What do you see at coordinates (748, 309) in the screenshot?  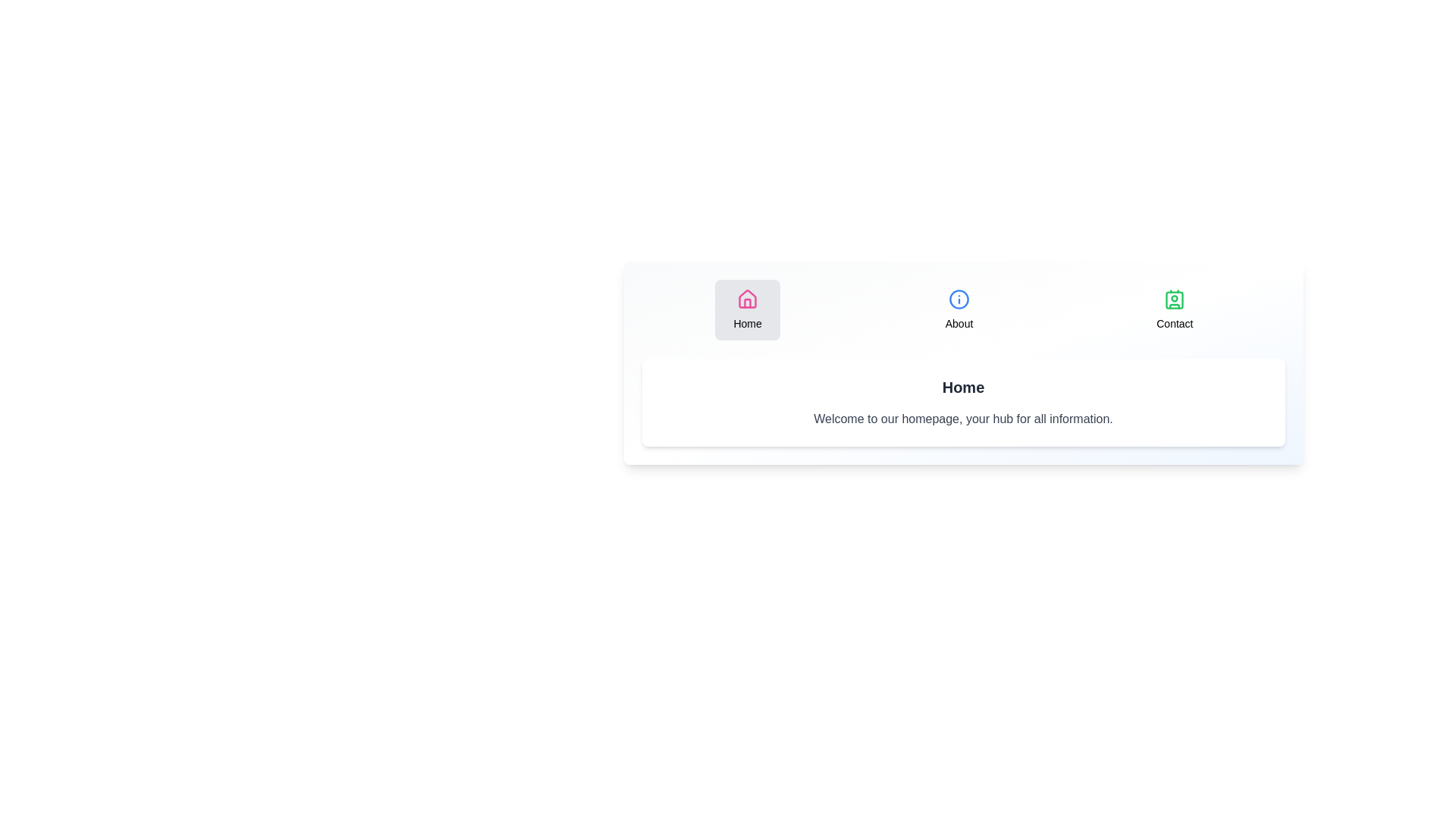 I see `the Home tab` at bounding box center [748, 309].